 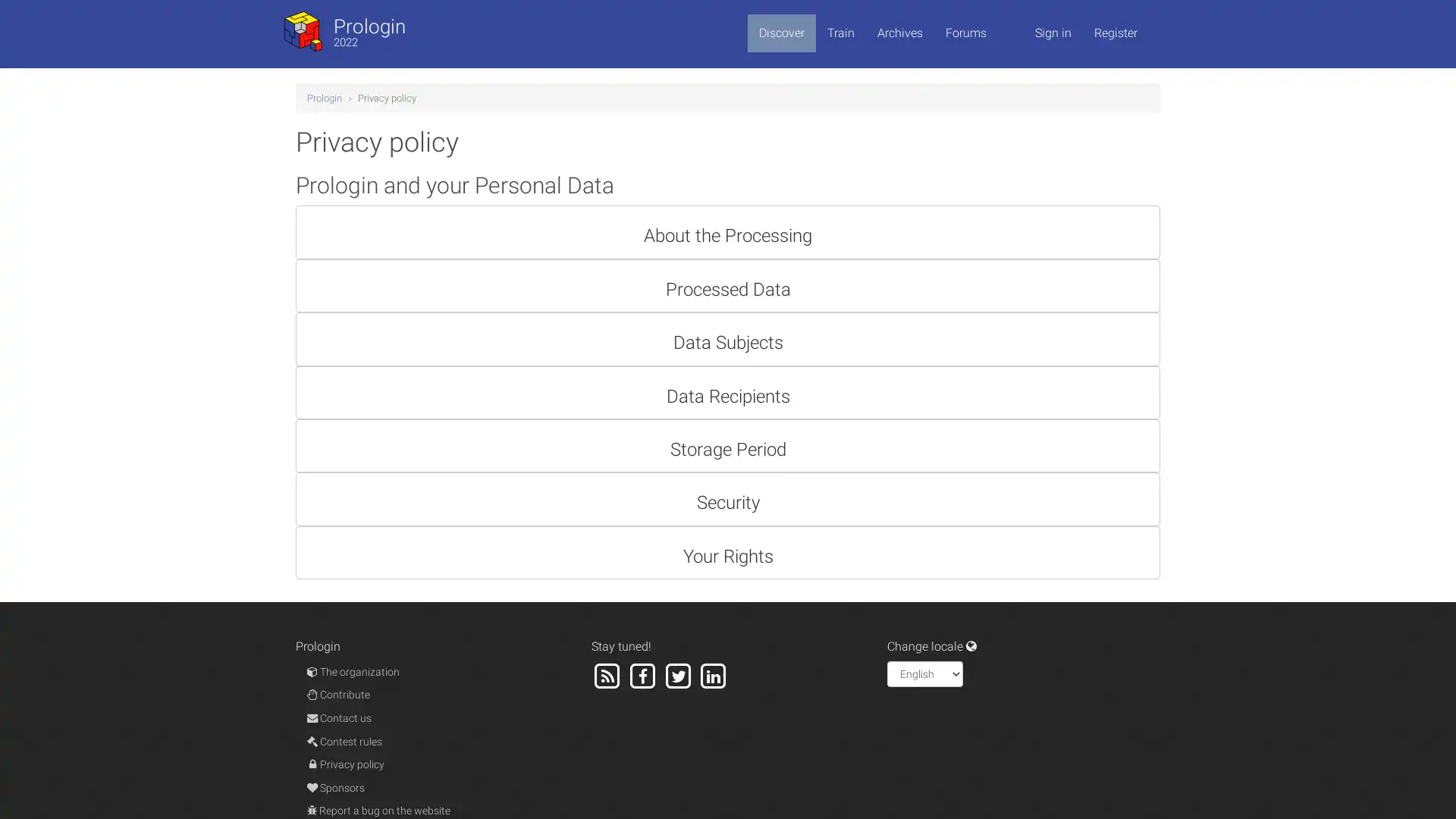 What do you see at coordinates (728, 285) in the screenshot?
I see `Processed Data` at bounding box center [728, 285].